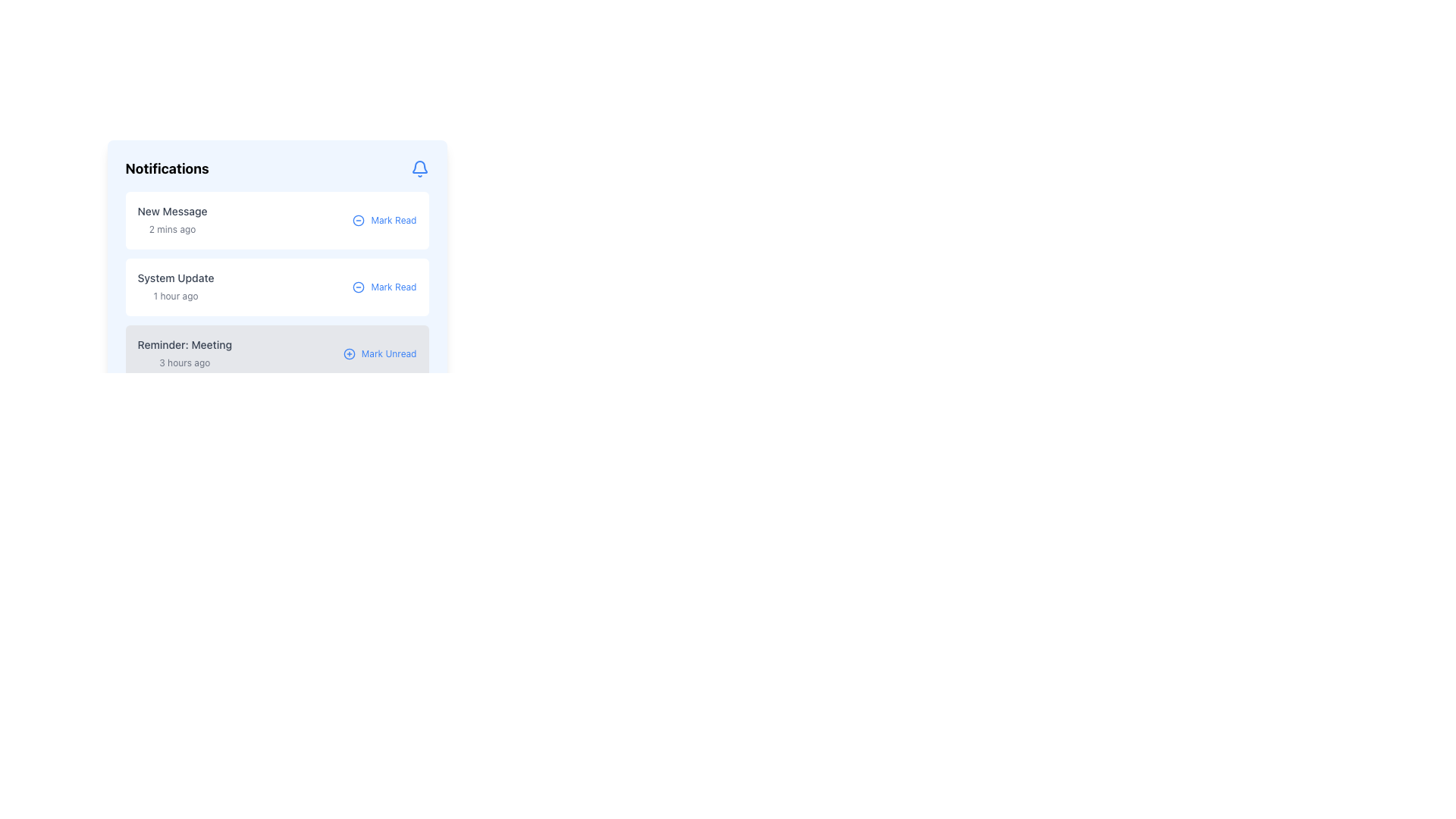 The height and width of the screenshot is (819, 1456). I want to click on the blue bell icon located at the top-right corner of the notification panel, so click(419, 167).